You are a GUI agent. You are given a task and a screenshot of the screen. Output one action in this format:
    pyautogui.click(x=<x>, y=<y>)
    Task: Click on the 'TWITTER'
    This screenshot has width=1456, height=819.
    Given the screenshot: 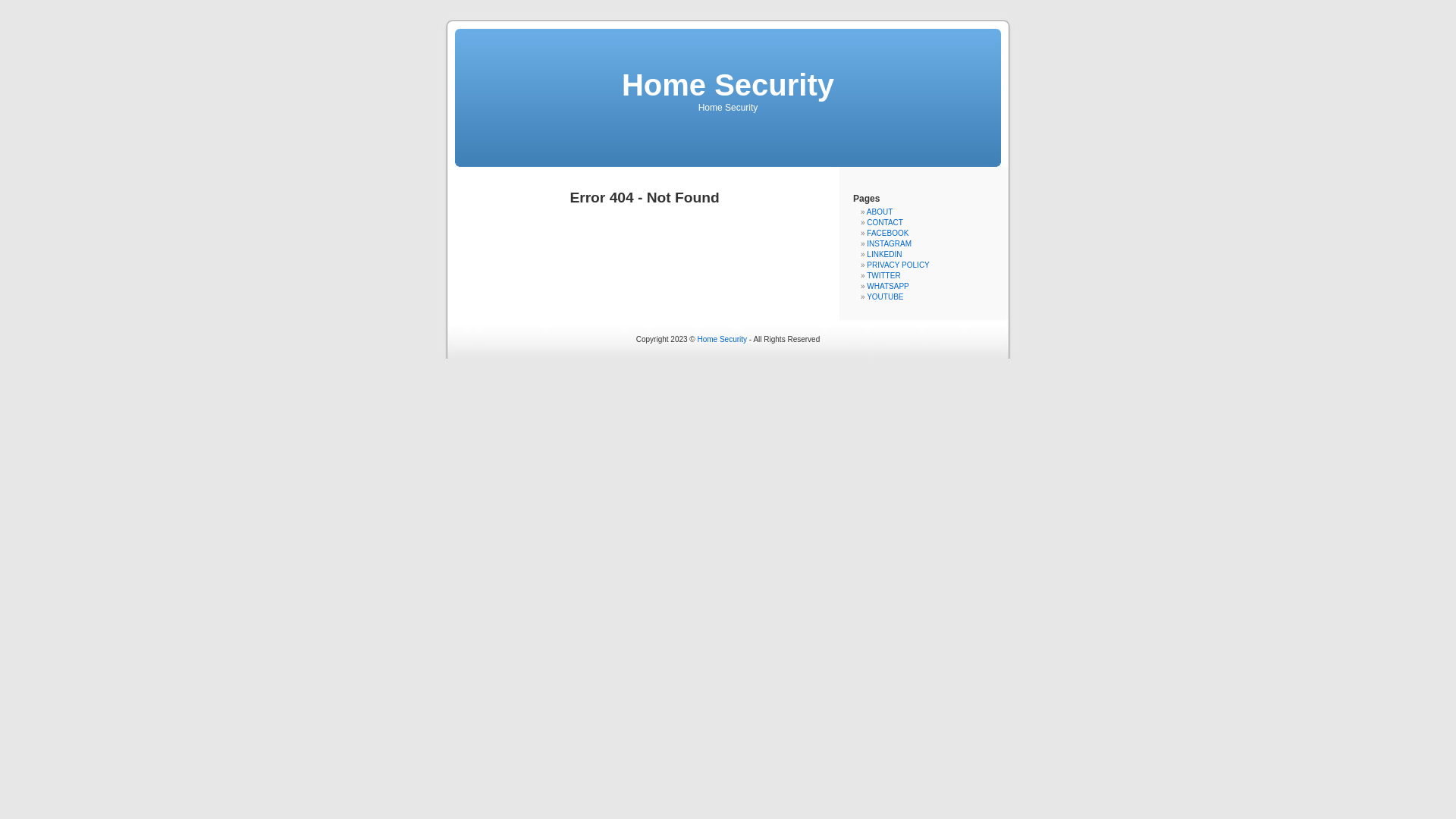 What is the action you would take?
    pyautogui.click(x=883, y=275)
    